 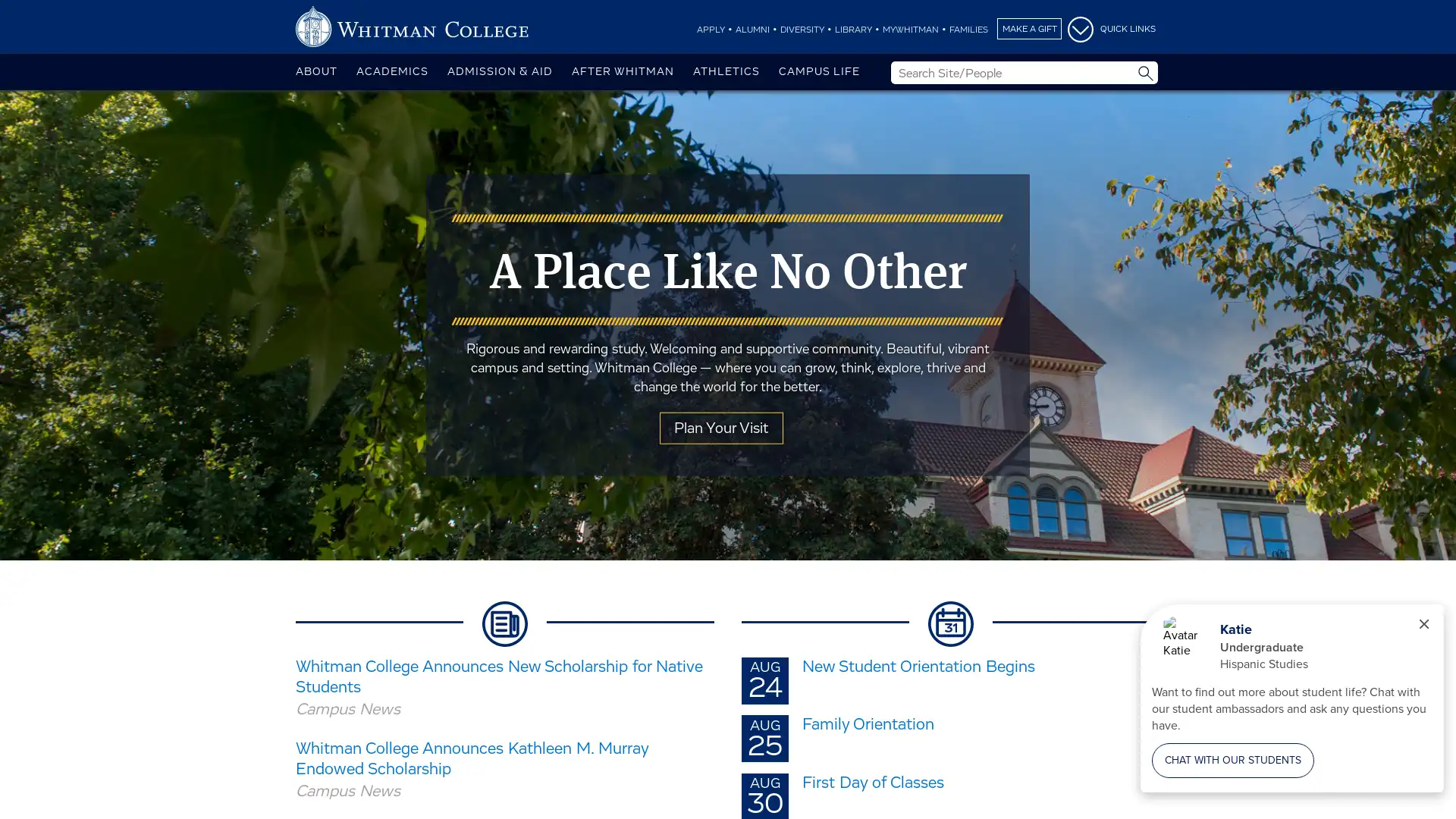 What do you see at coordinates (1195, 72) in the screenshot?
I see `People` at bounding box center [1195, 72].